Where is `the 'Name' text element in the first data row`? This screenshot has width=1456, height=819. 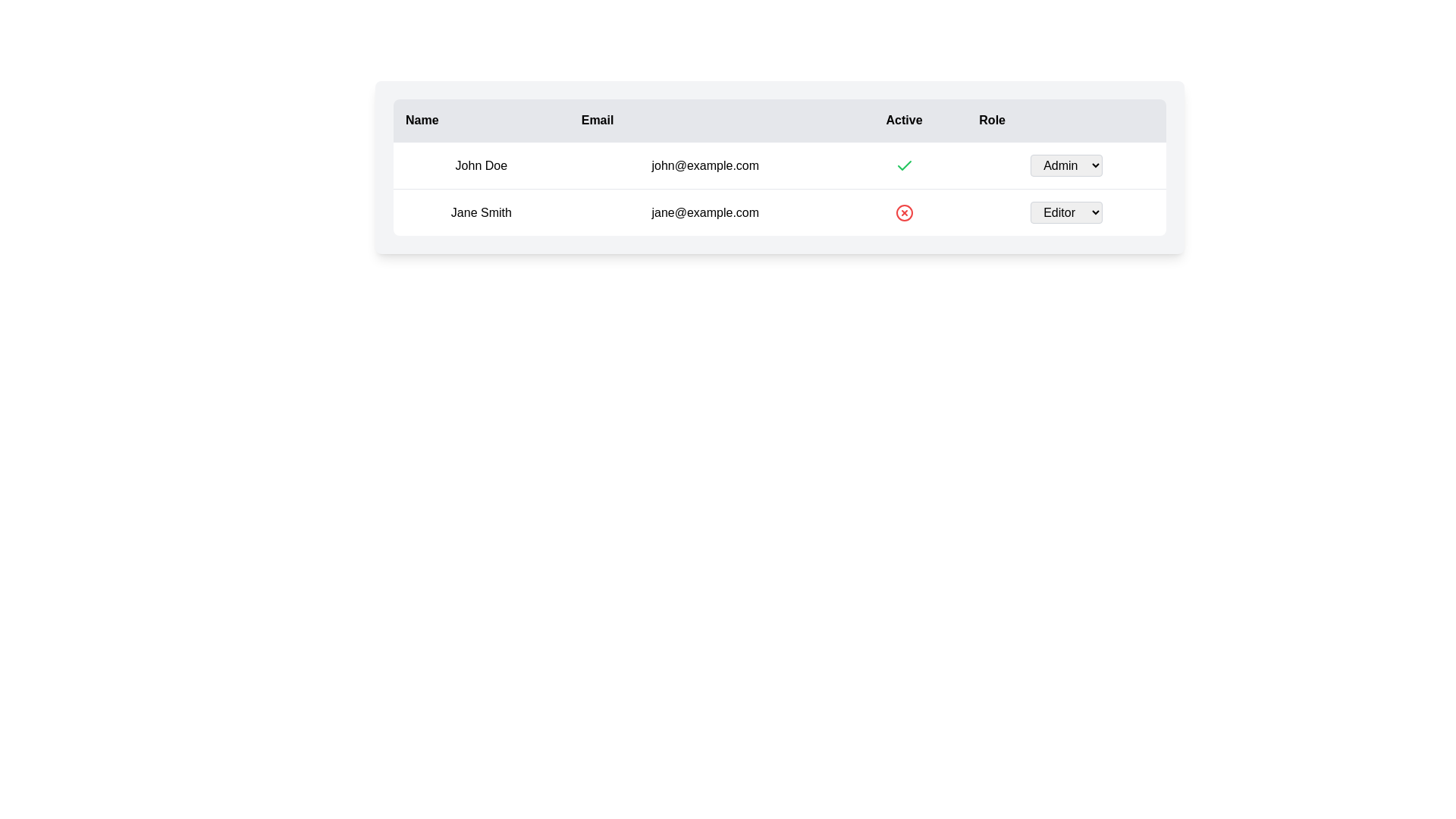
the 'Name' text element in the first data row is located at coordinates (480, 165).